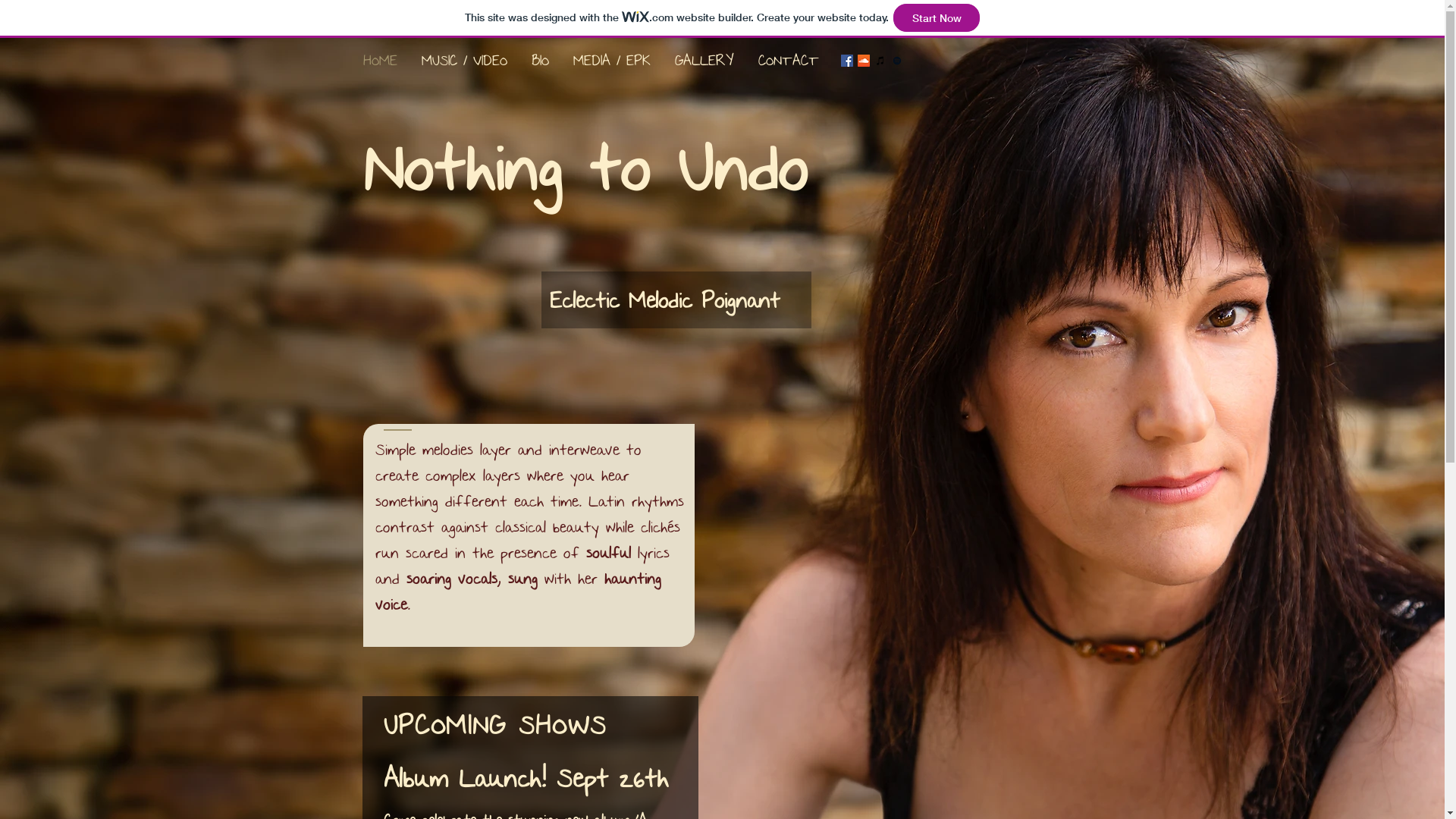  I want to click on 'UPCOMING SHOWS', so click(495, 724).